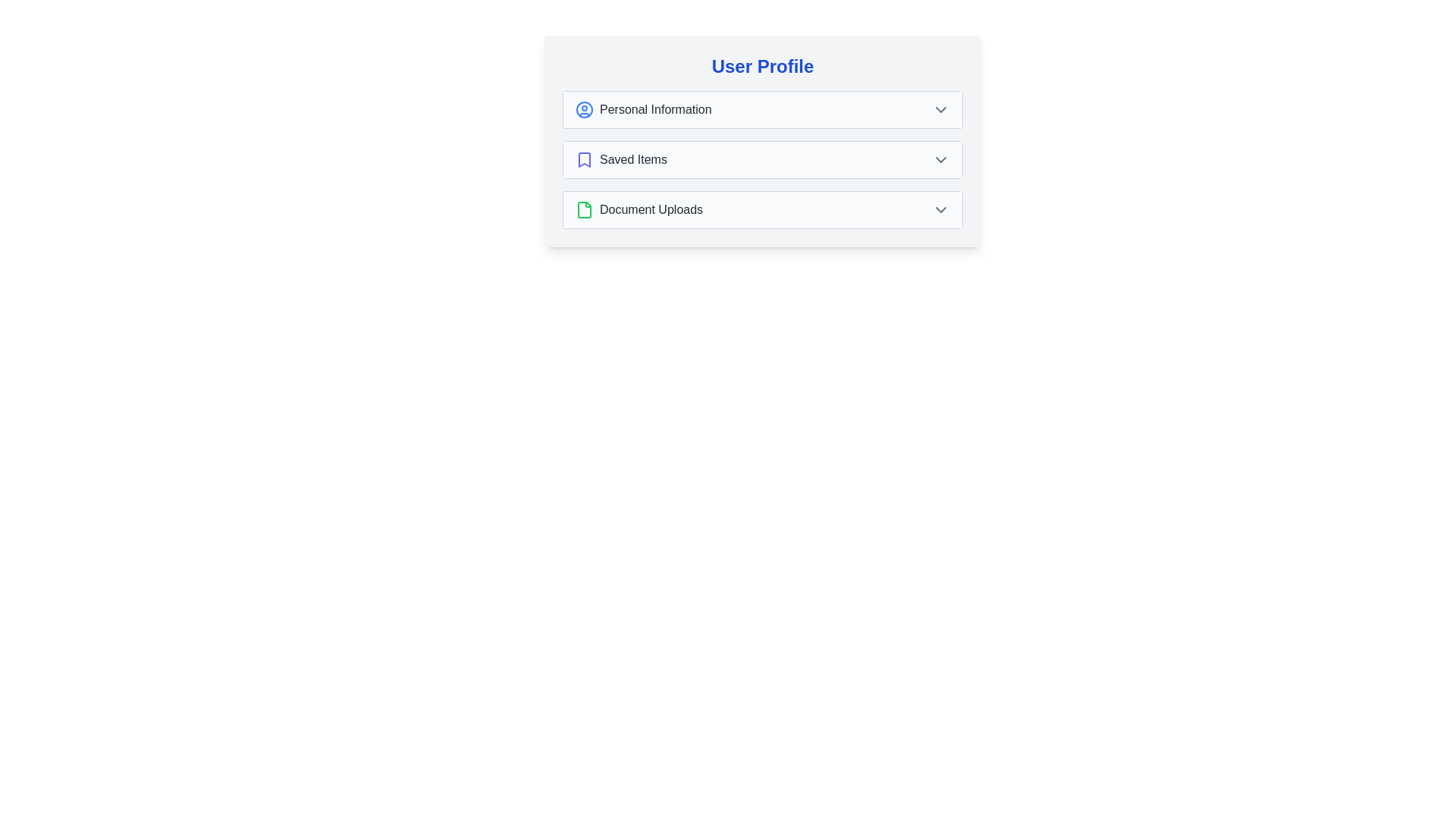  I want to click on the down-pointing chevron icon on the right end of the 'Document Uploads' row, so click(940, 210).